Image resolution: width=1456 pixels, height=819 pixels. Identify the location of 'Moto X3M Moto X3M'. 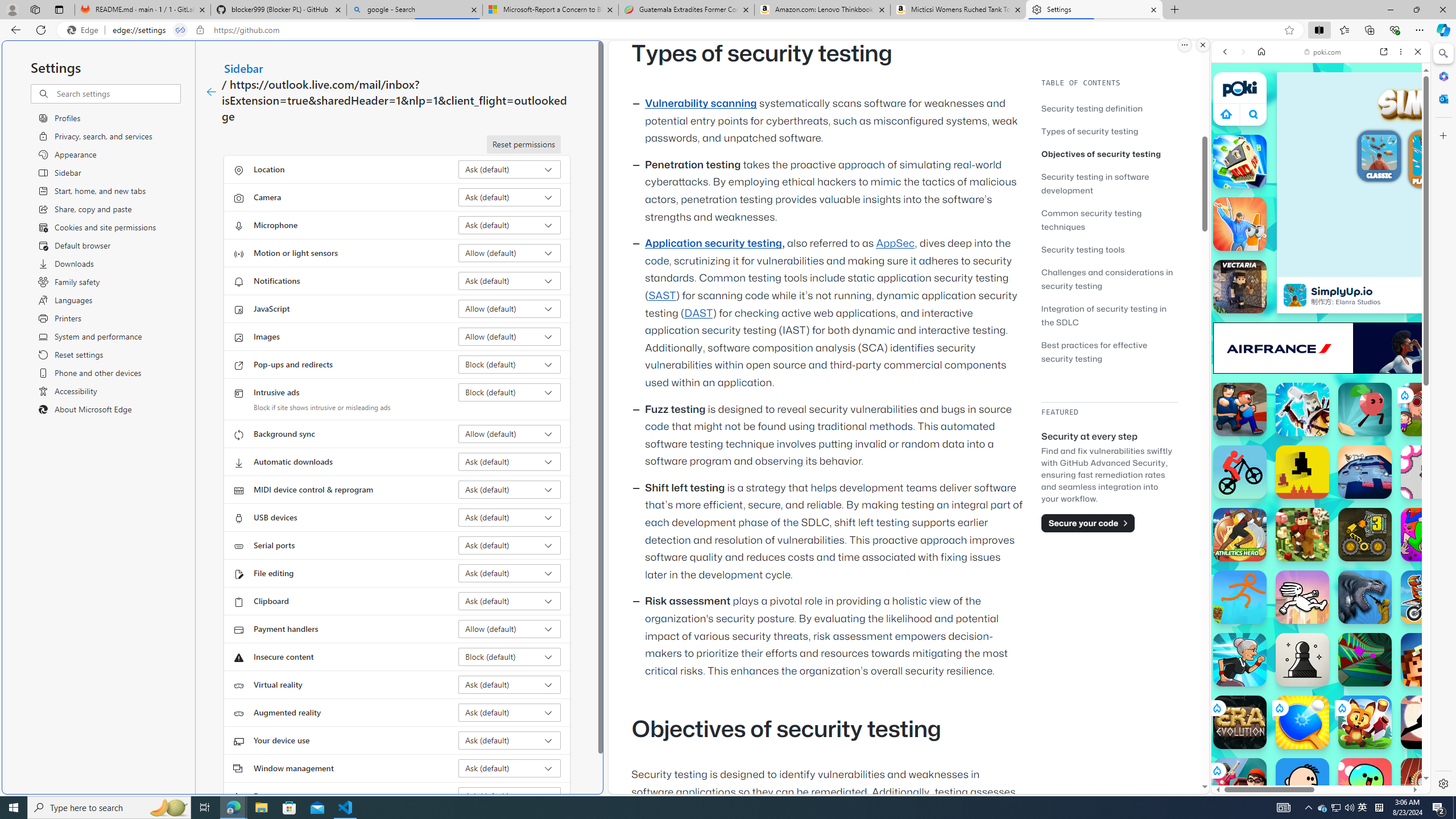
(1428, 597).